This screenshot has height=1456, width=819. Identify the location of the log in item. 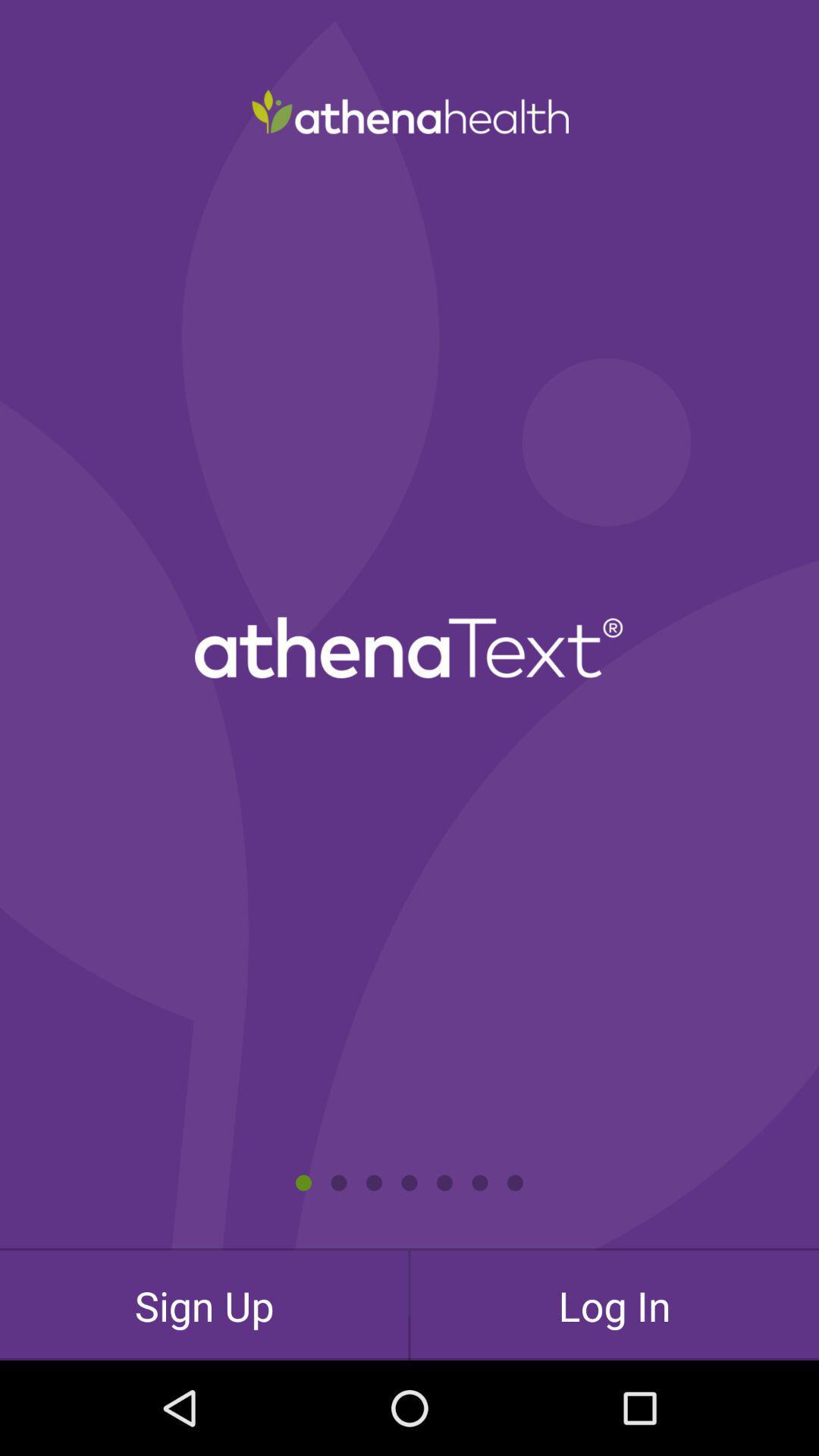
(614, 1304).